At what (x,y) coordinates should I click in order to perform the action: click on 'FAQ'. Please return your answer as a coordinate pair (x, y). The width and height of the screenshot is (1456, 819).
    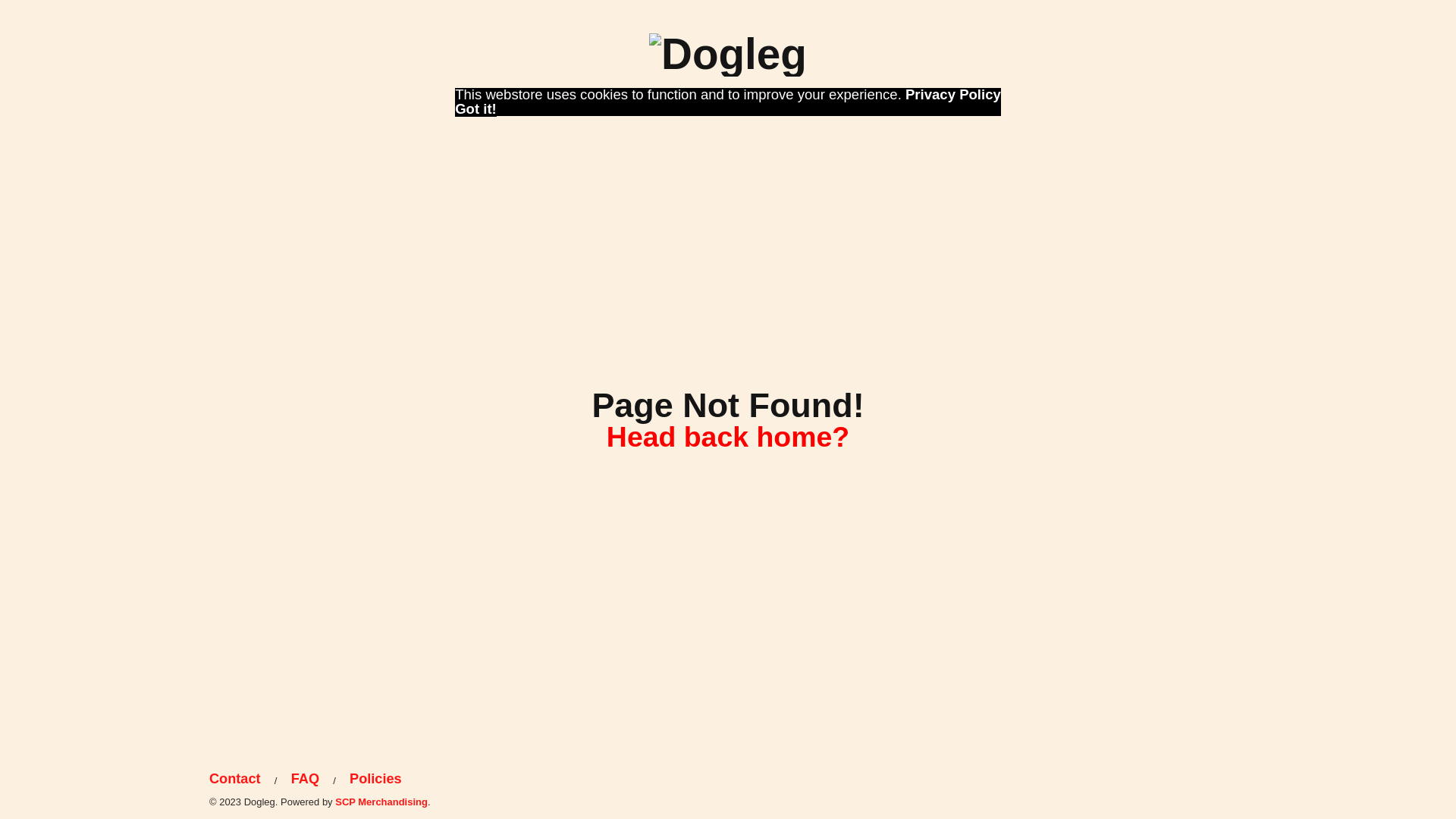
    Looking at the image, I should click on (304, 779).